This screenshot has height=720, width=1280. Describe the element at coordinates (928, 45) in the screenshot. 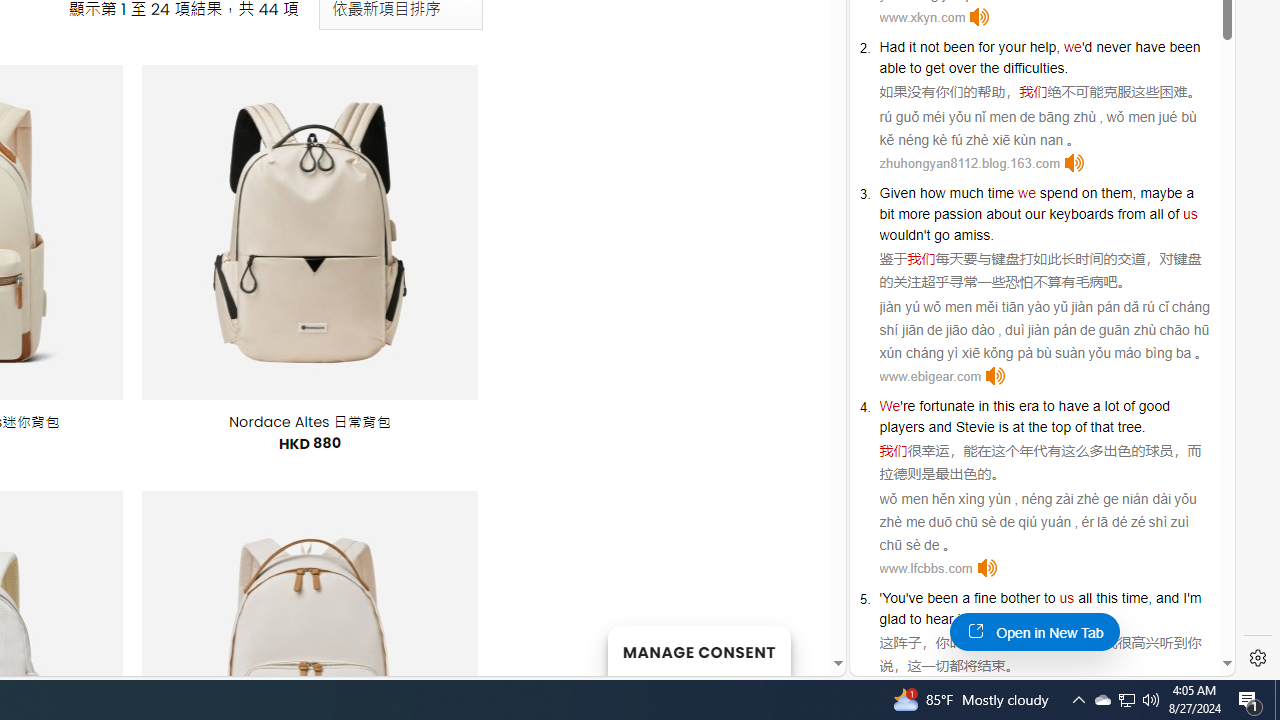

I see `'not'` at that location.